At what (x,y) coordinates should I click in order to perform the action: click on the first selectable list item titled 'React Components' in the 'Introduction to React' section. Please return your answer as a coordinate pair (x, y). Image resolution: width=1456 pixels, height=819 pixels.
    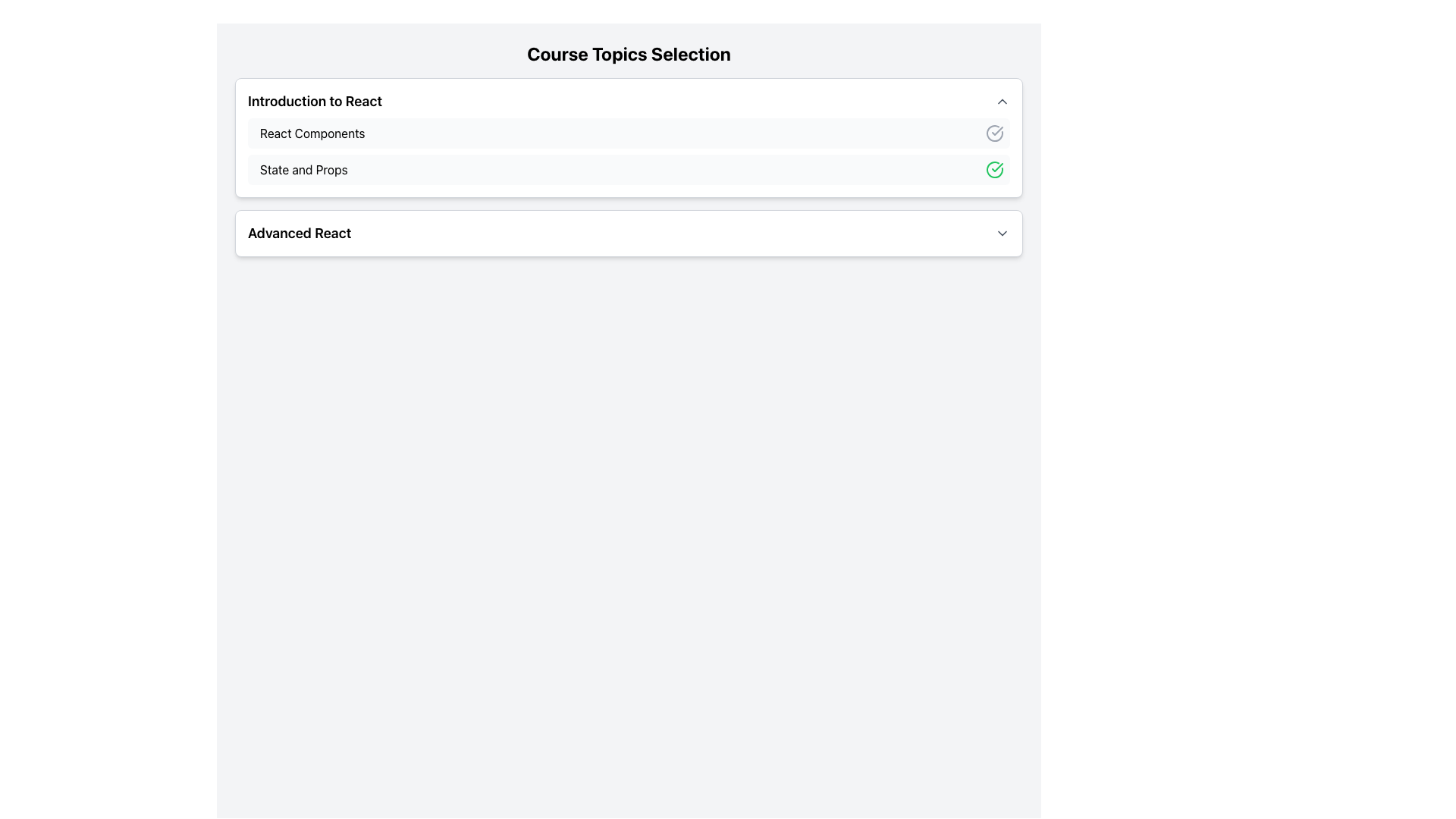
    Looking at the image, I should click on (629, 133).